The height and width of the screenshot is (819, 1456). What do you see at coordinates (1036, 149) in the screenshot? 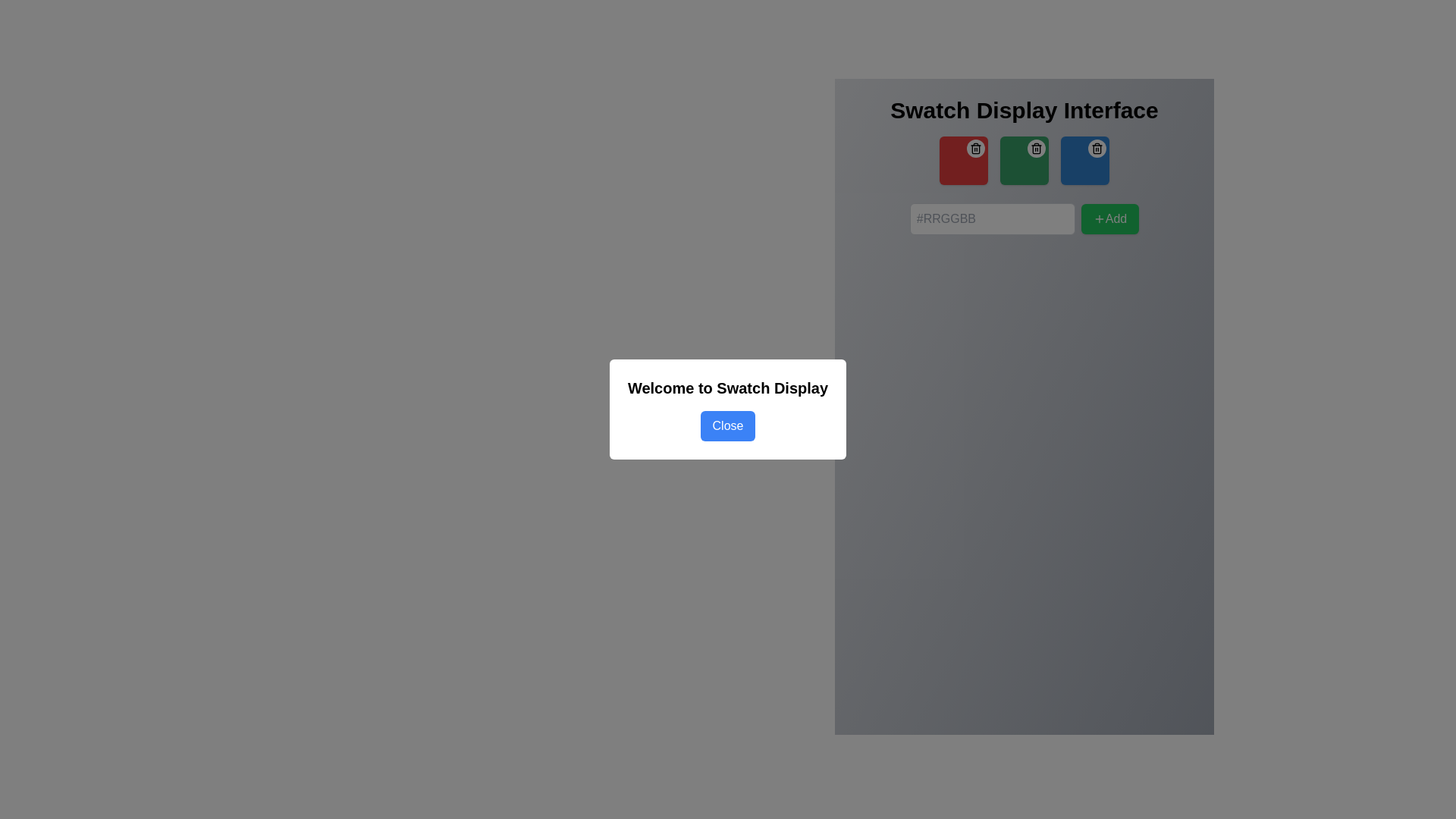
I see `the delete button located at the top-right corner of the second green swatch` at bounding box center [1036, 149].